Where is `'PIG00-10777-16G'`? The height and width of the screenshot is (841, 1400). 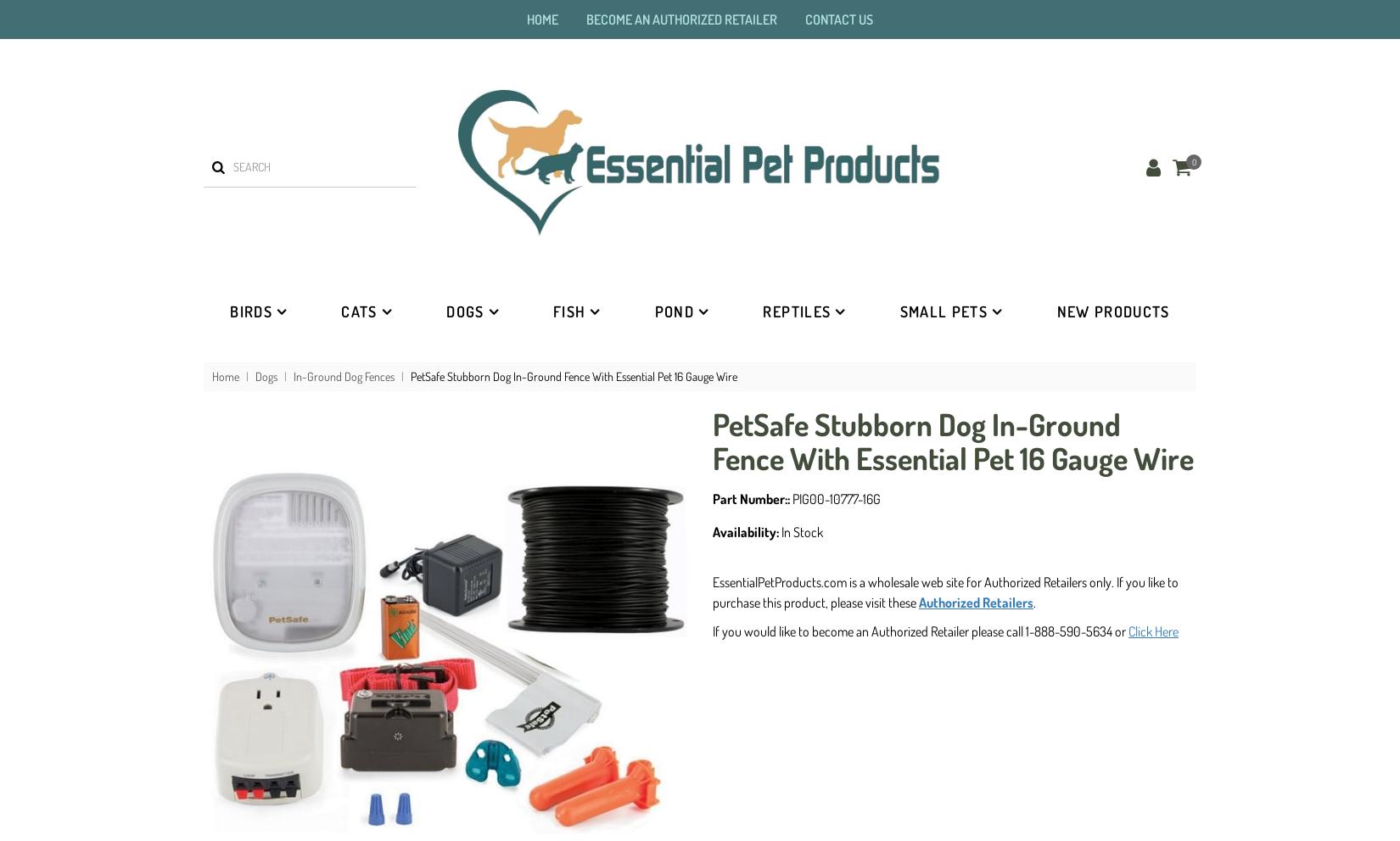 'PIG00-10777-16G' is located at coordinates (837, 496).